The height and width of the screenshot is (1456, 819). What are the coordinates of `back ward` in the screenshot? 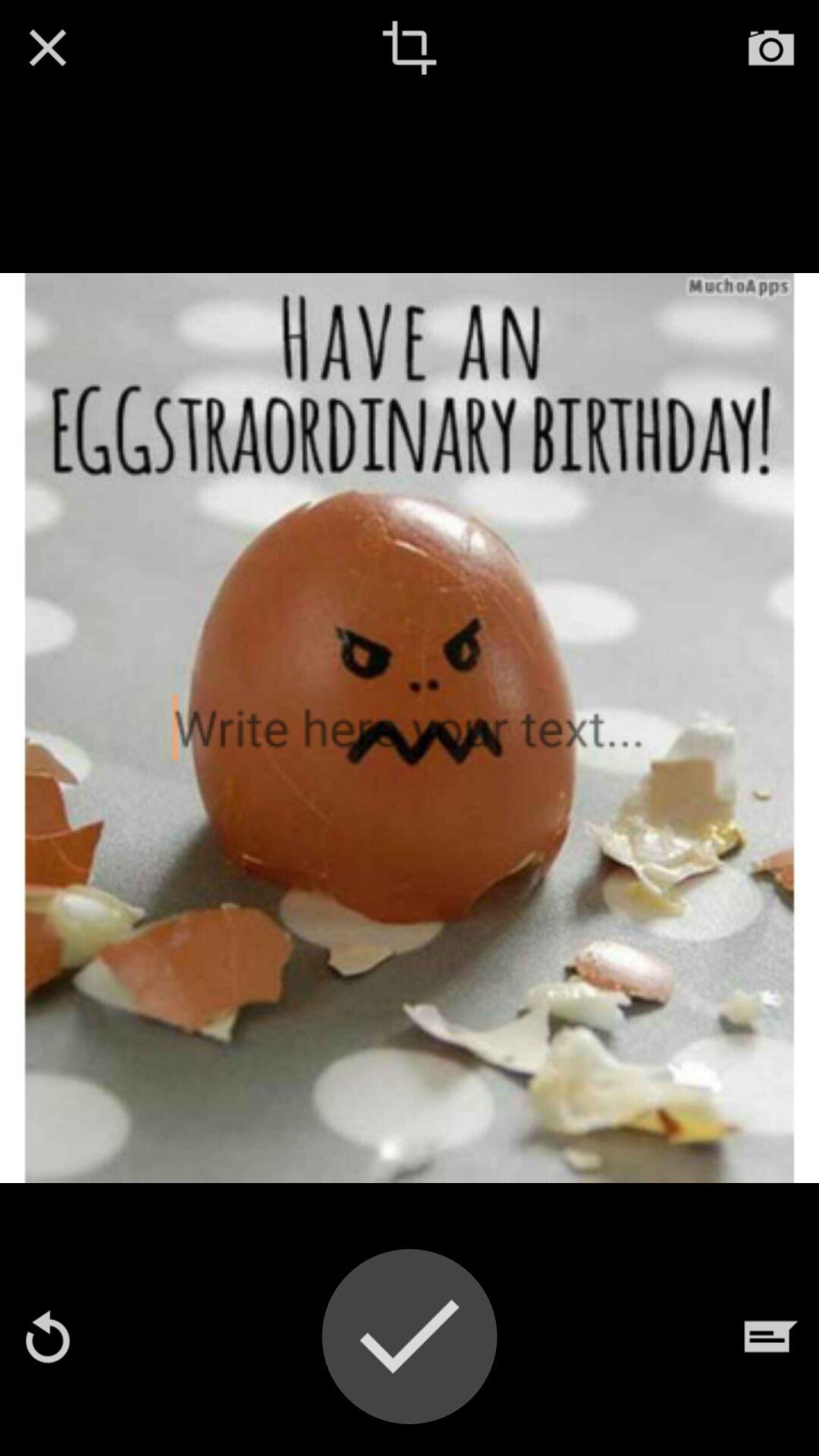 It's located at (46, 1336).